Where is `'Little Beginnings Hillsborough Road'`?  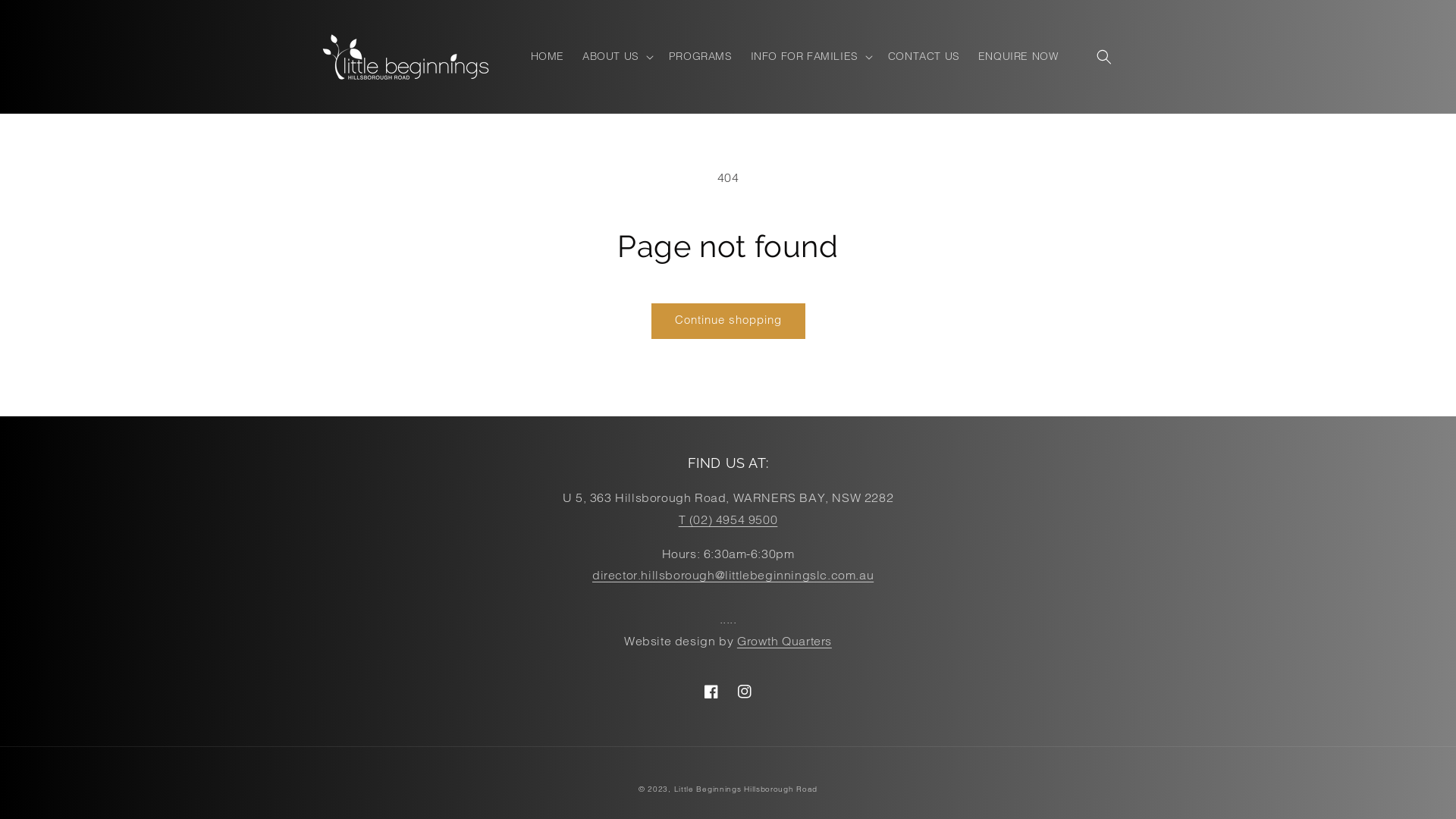 'Little Beginnings Hillsborough Road' is located at coordinates (745, 788).